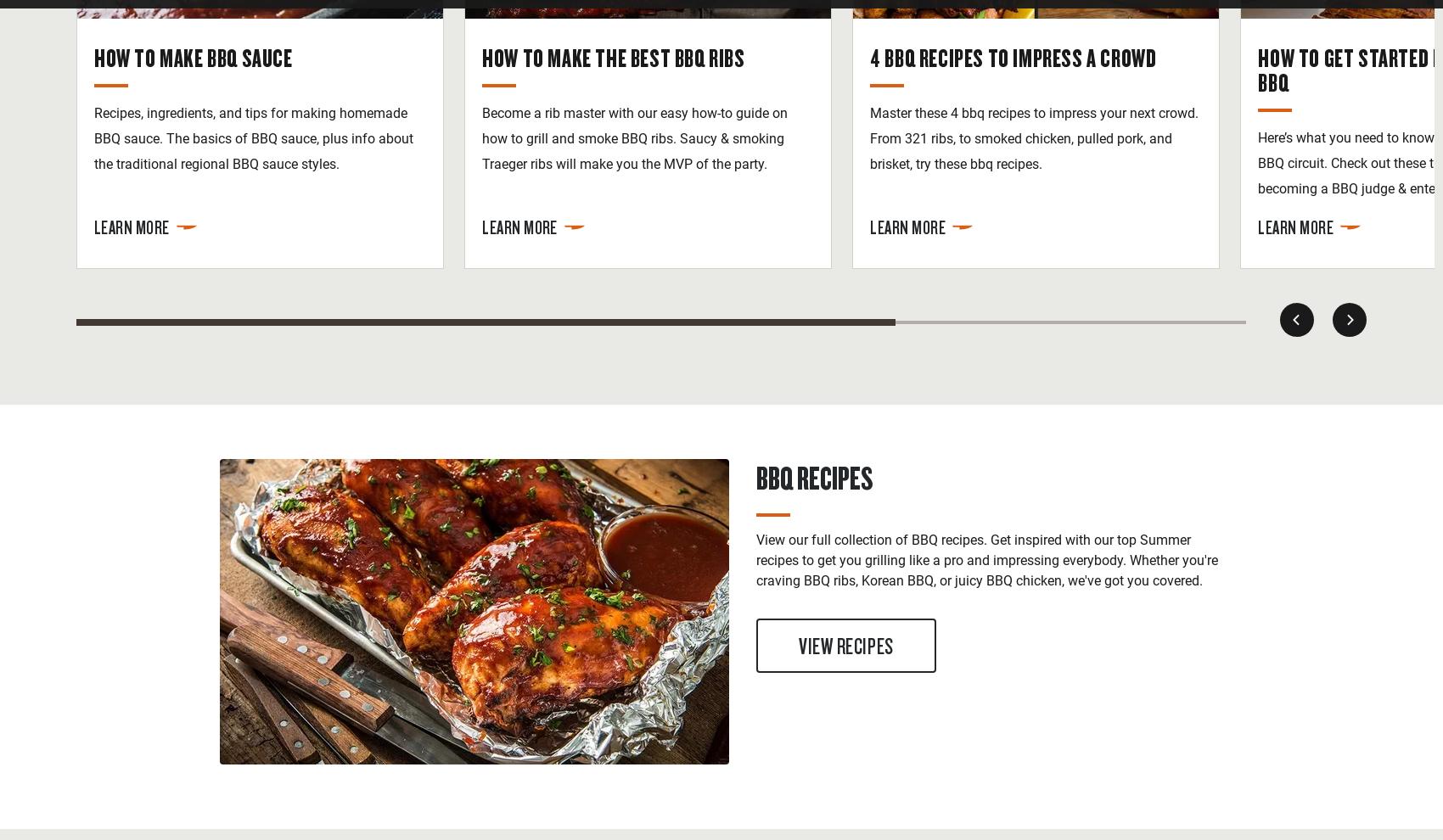 This screenshot has width=1443, height=840. Describe the element at coordinates (813, 477) in the screenshot. I see `'BBQ Recipes'` at that location.